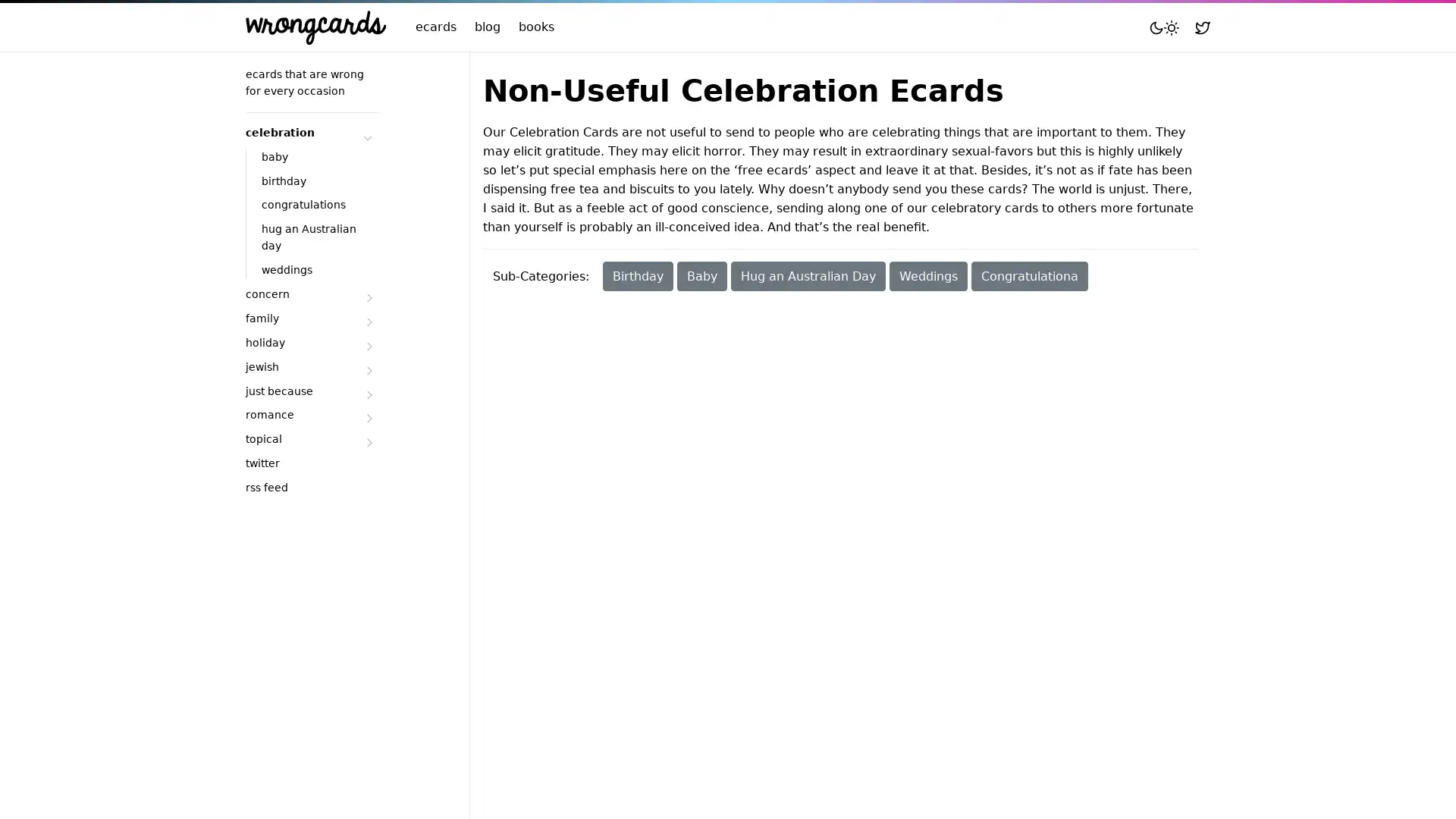 This screenshot has width=1456, height=819. I want to click on Submenu, so click(367, 298).